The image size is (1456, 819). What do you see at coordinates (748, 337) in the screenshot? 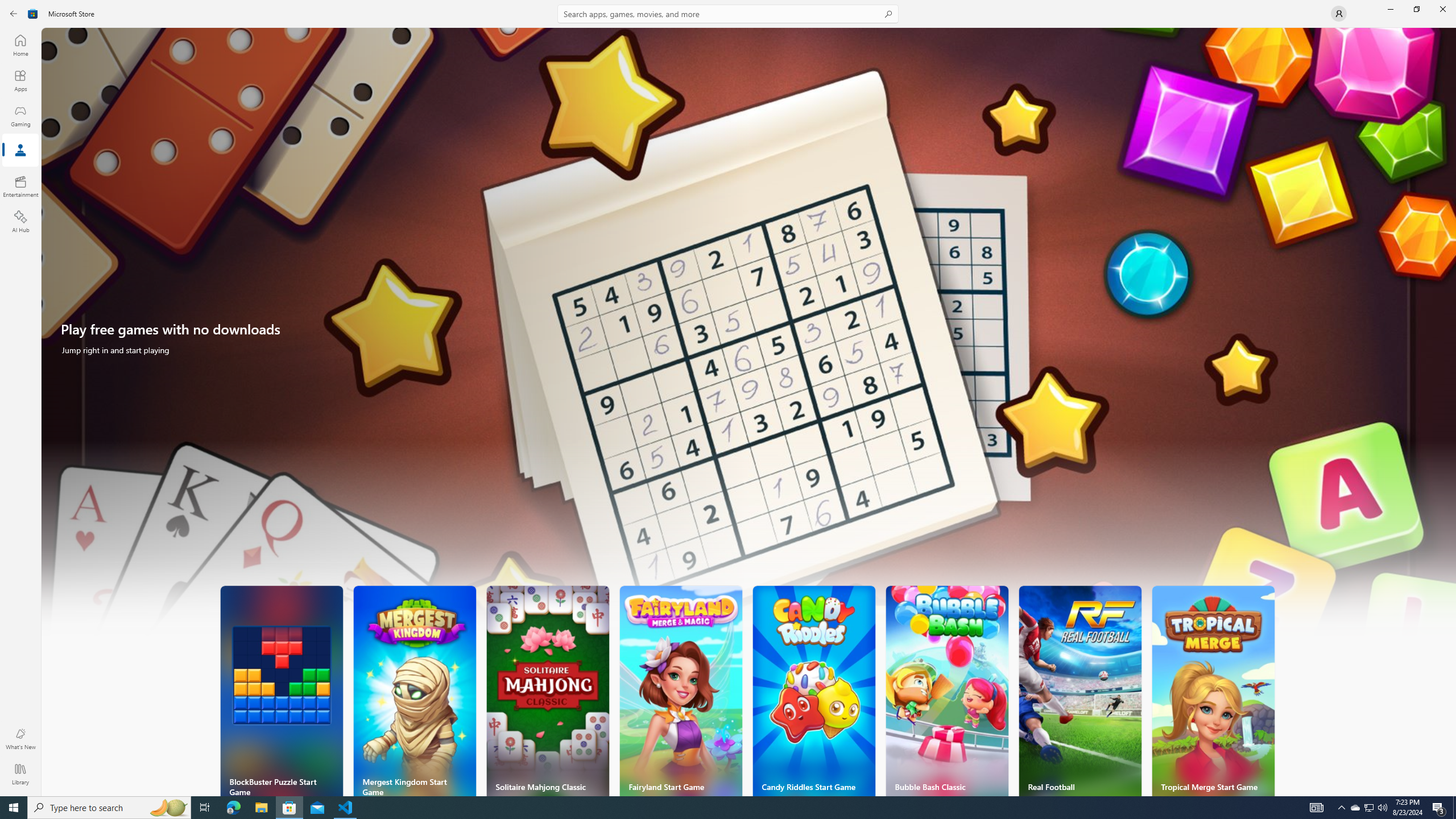
I see `'AutomationID: HeroImage'` at bounding box center [748, 337].